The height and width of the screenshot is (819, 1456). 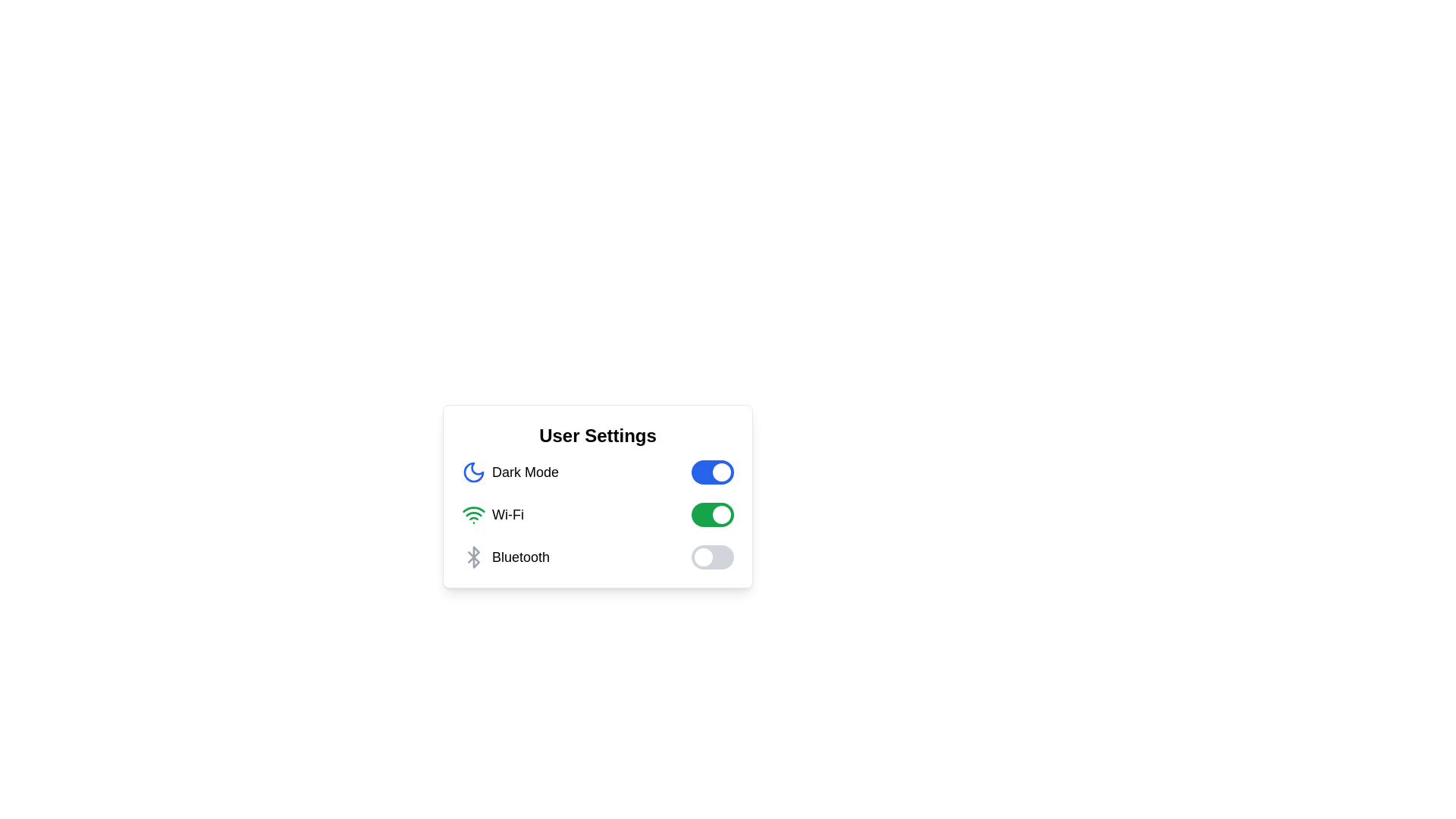 What do you see at coordinates (597, 513) in the screenshot?
I see `the Wi-Fi toggleable setting located in the second row of the settings panel, between 'Dark Mode' and 'Bluetooth'` at bounding box center [597, 513].